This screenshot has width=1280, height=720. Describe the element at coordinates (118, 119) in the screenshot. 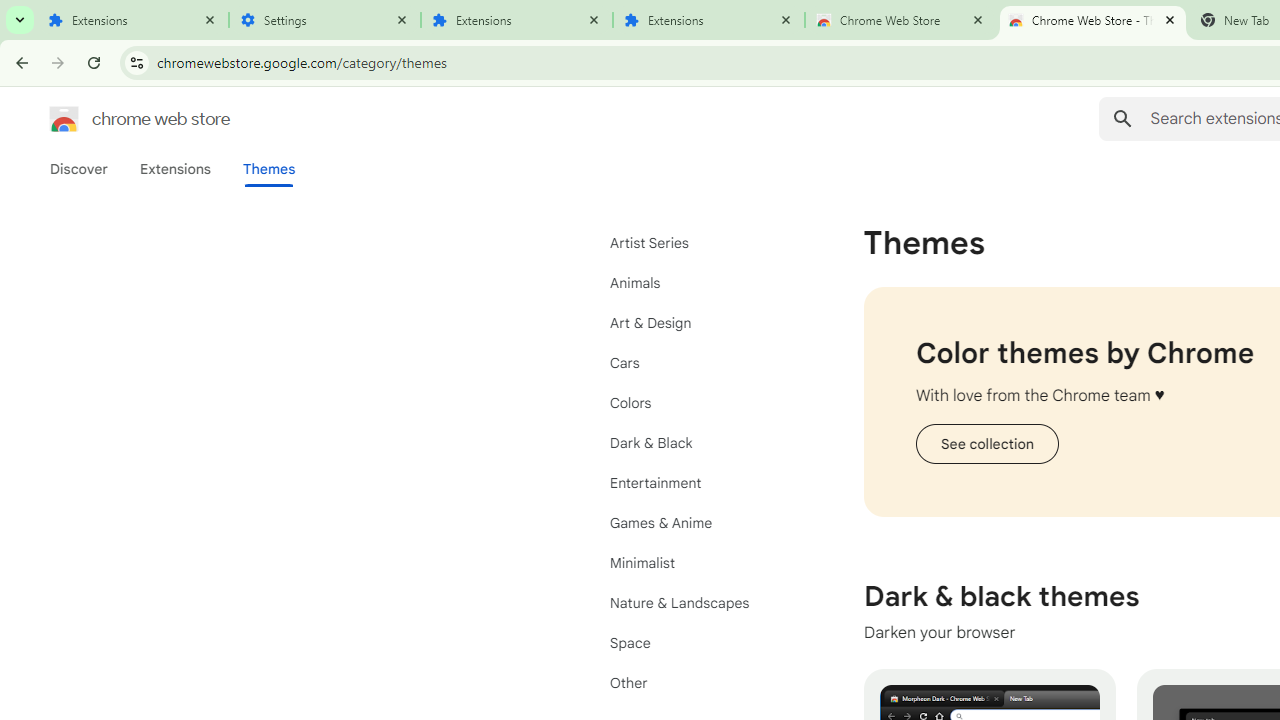

I see `'Chrome Web Store logo chrome web store'` at that location.